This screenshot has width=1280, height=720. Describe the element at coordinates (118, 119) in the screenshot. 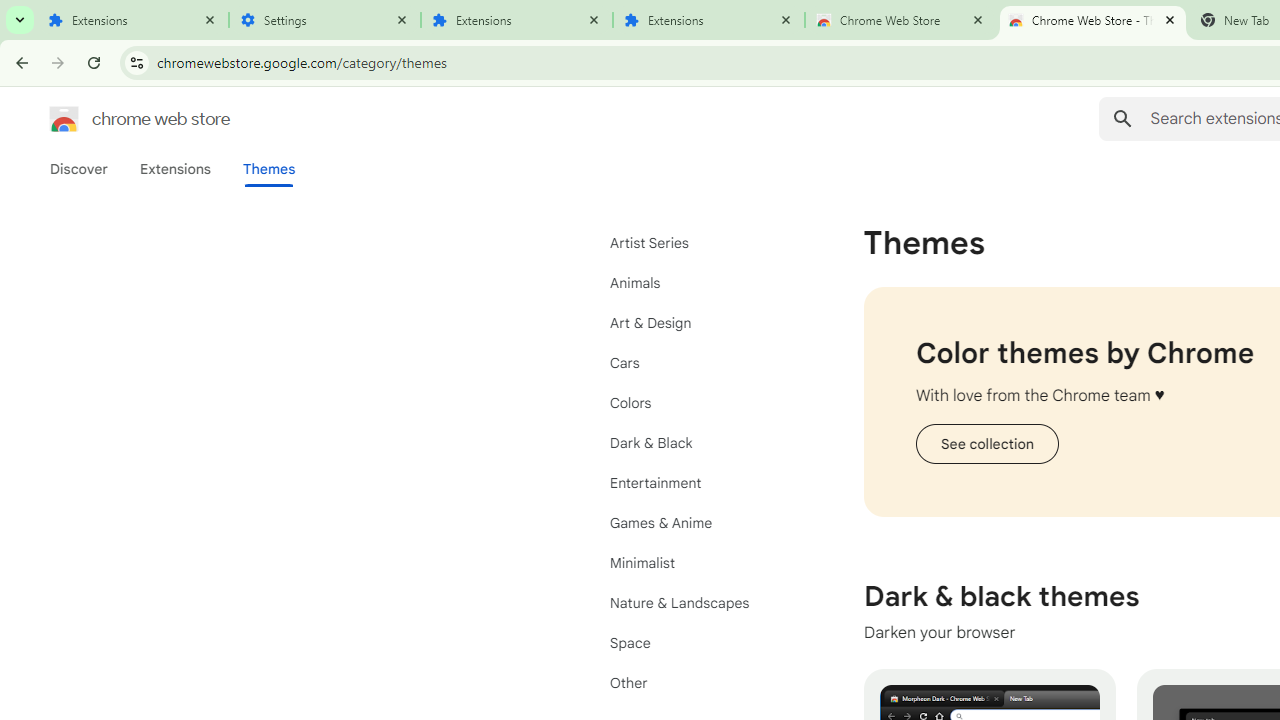

I see `'Chrome Web Store logo chrome web store'` at that location.